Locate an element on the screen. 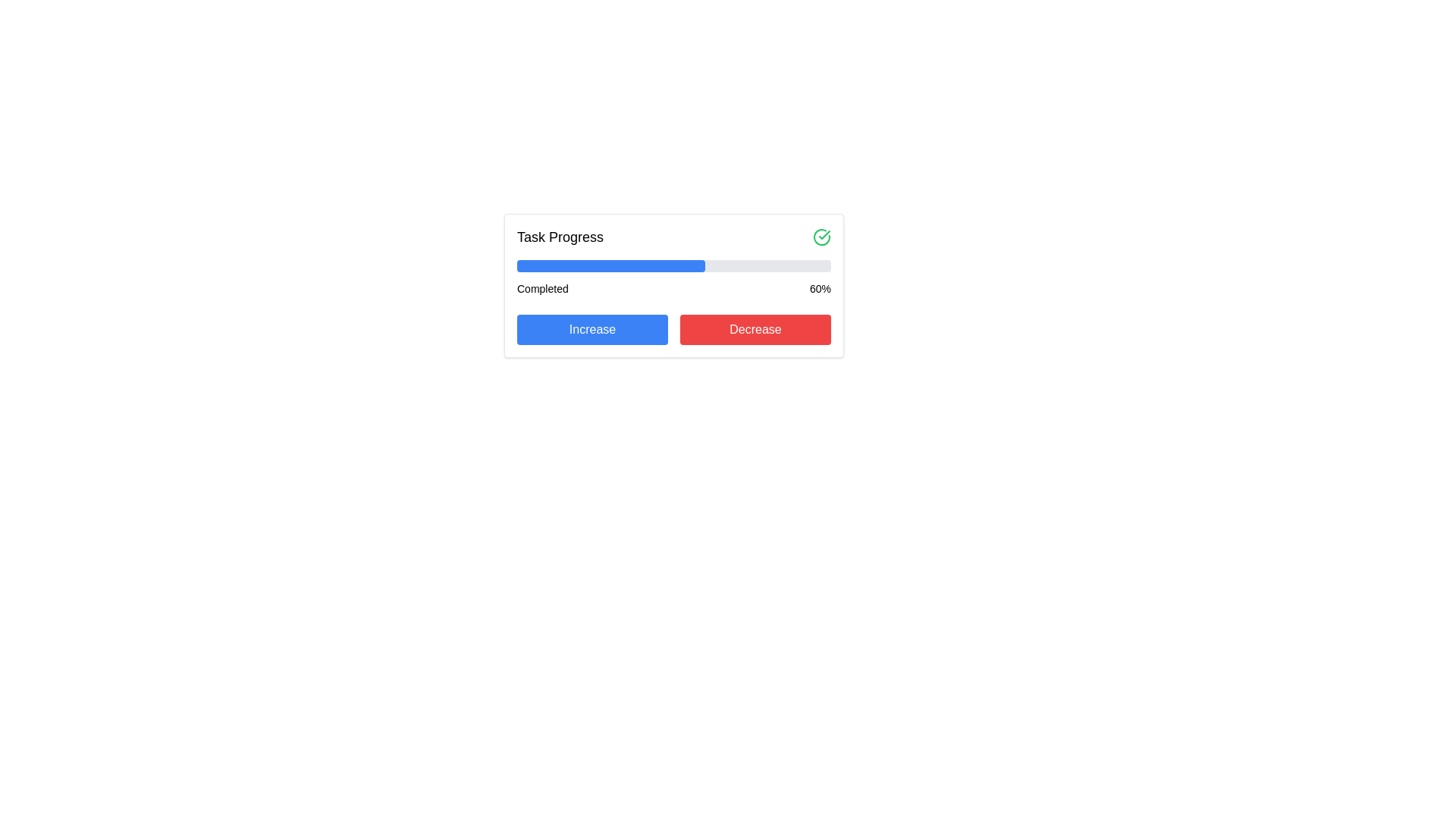 Image resolution: width=1456 pixels, height=819 pixels. the horizontal progress bar indicating 60% progress, located below the 'Task Progress' heading and above the 'Completed' label is located at coordinates (673, 265).